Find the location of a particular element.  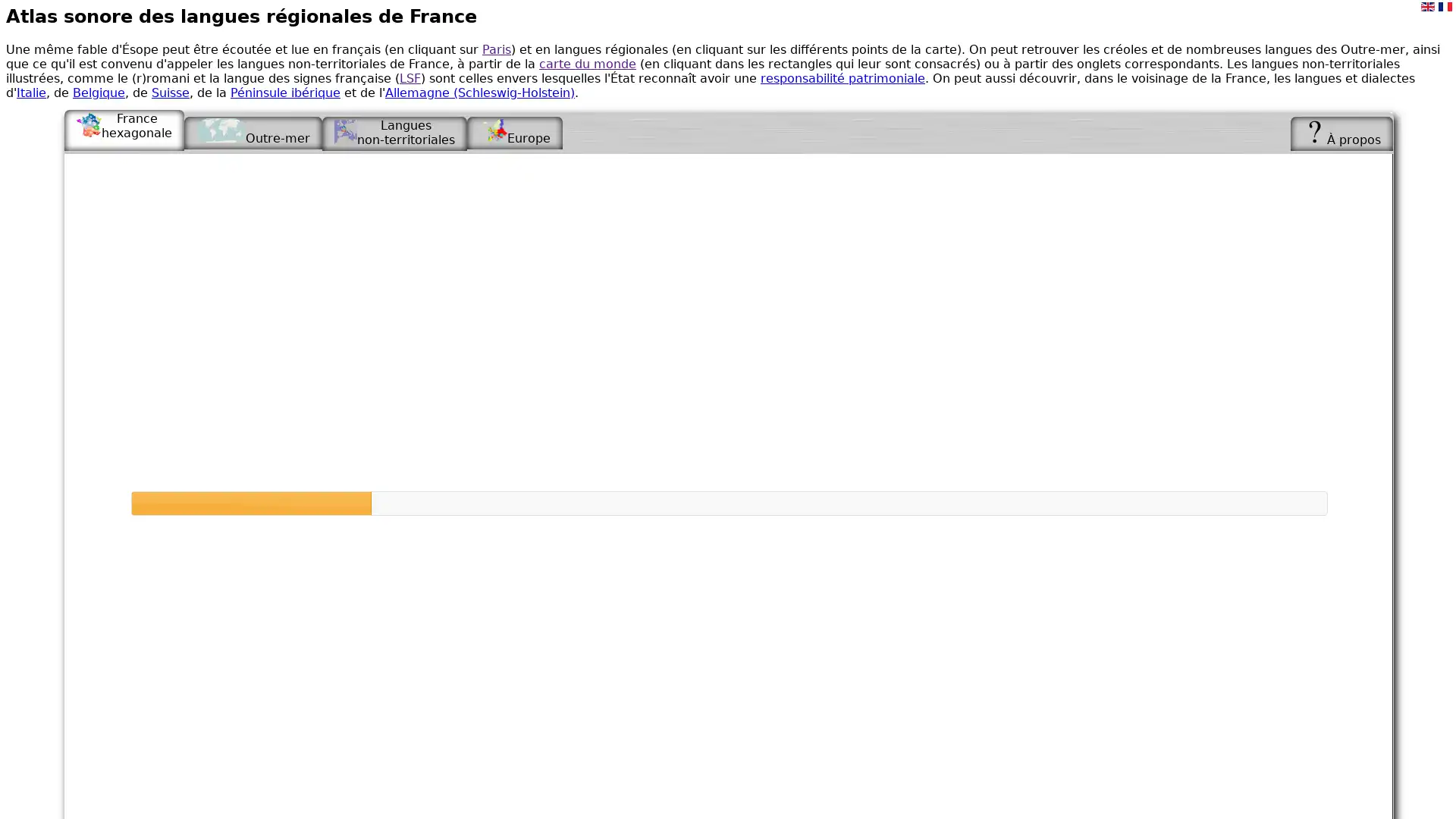

Langues non-territoriales is located at coordinates (394, 132).